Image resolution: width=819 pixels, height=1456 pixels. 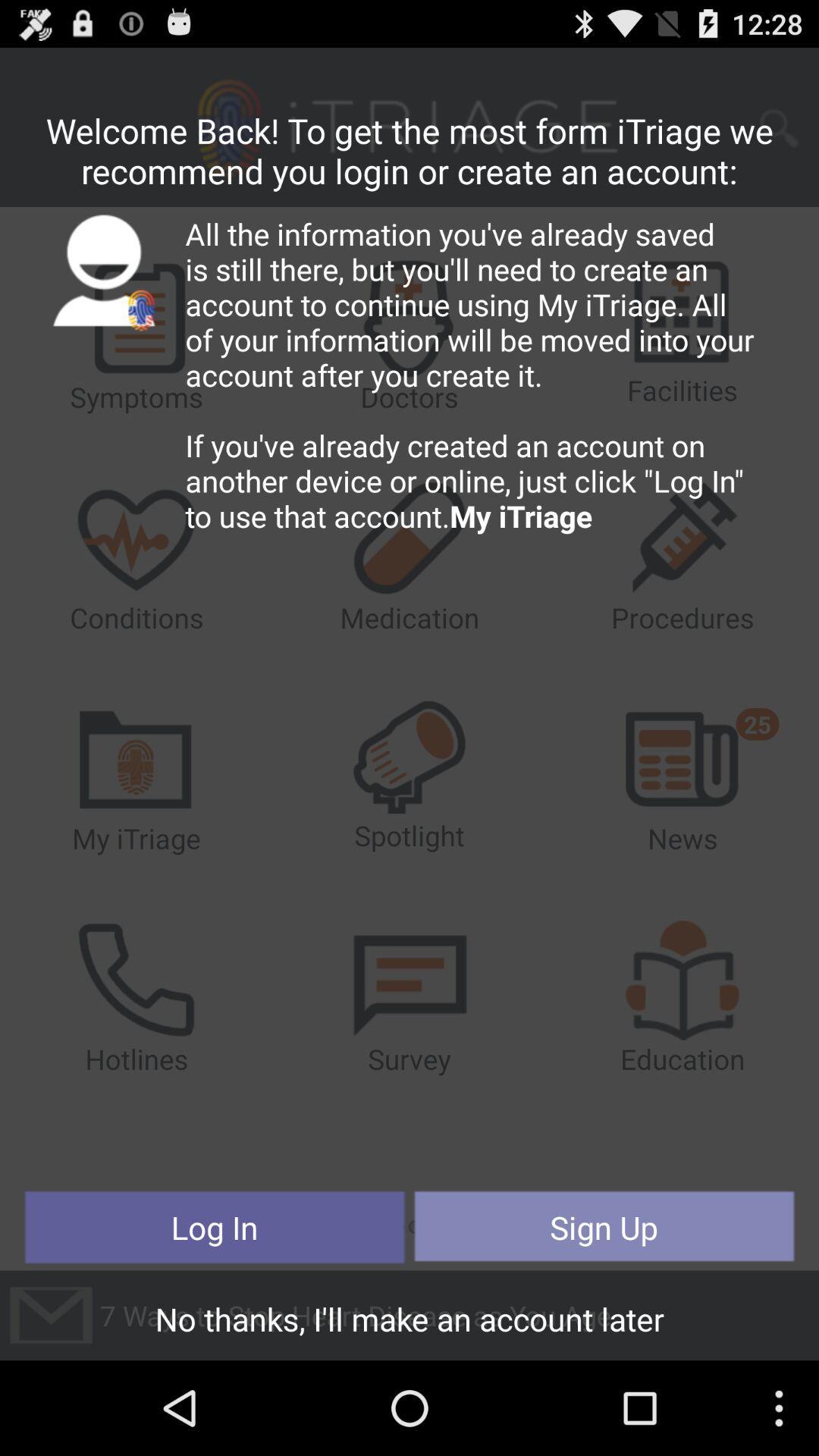 I want to click on the sign up item, so click(x=603, y=1227).